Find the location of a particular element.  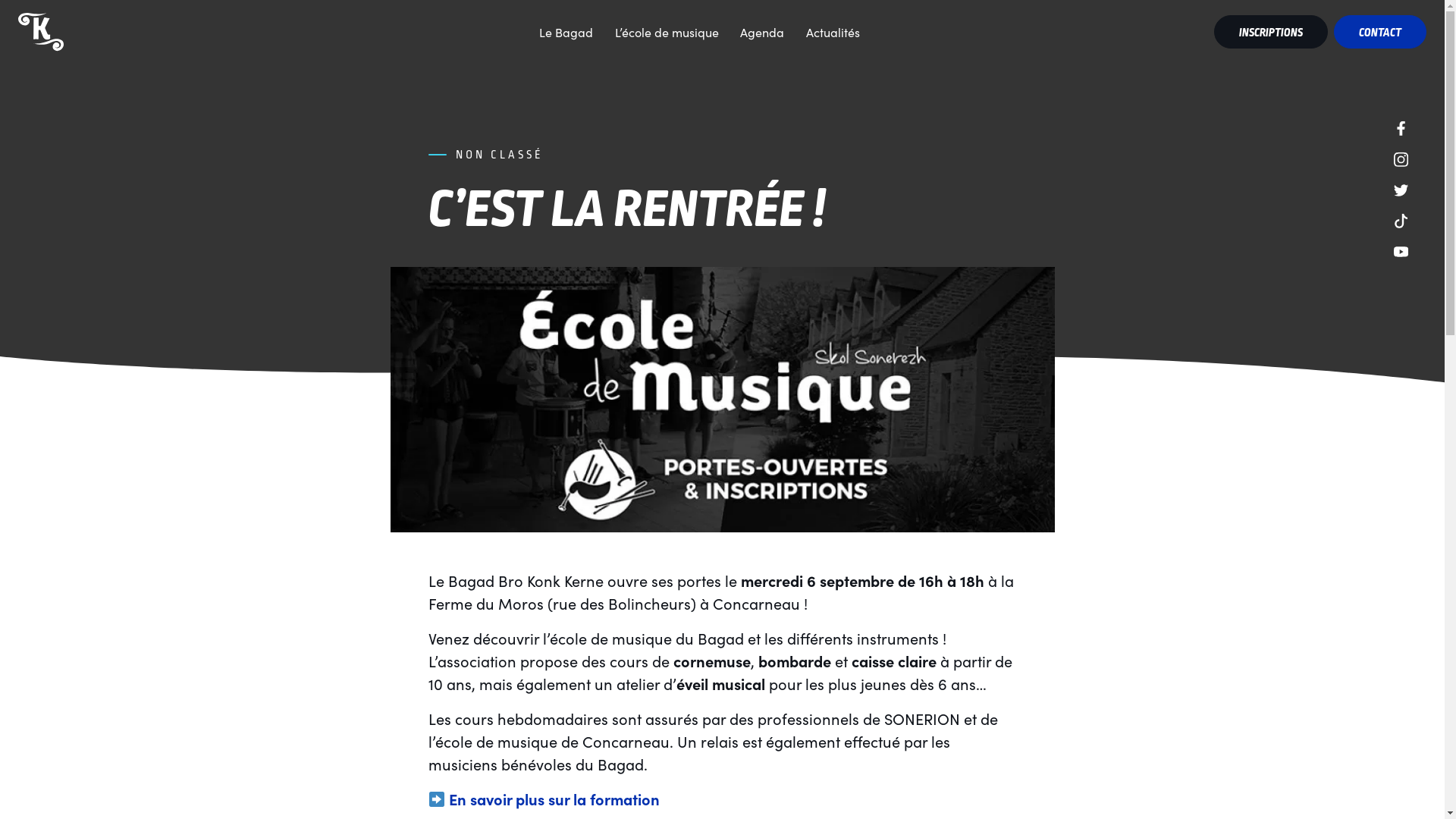

'Bagad Bro Konk Kerne - Concarneau' is located at coordinates (18, 32).